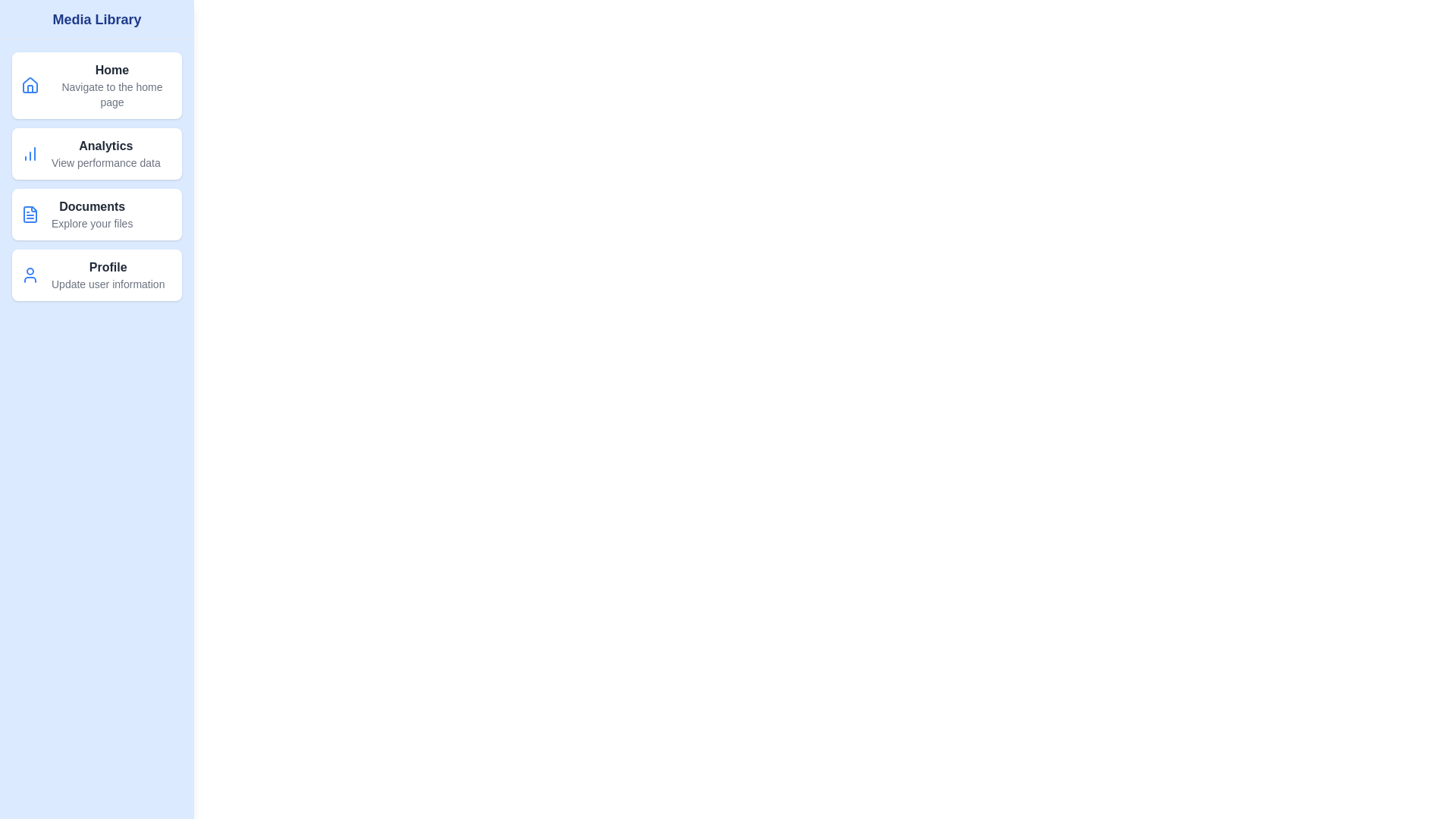  I want to click on the menu item Analytics from the Media Library Drawer, so click(96, 154).